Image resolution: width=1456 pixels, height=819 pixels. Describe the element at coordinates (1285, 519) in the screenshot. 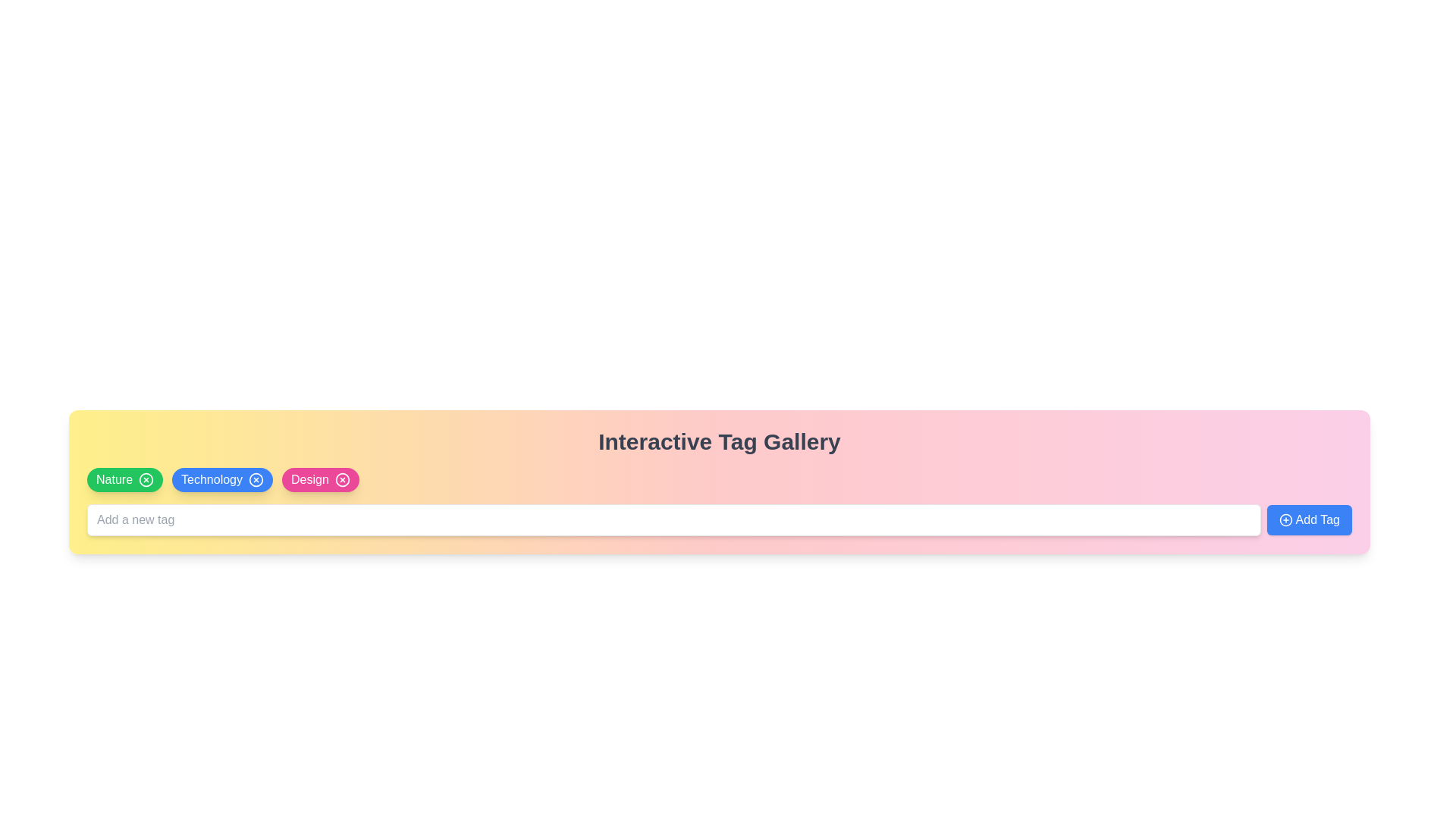

I see `the blue circular icon with a red plus sign located at the far right of the 'Add Tag' button` at that location.